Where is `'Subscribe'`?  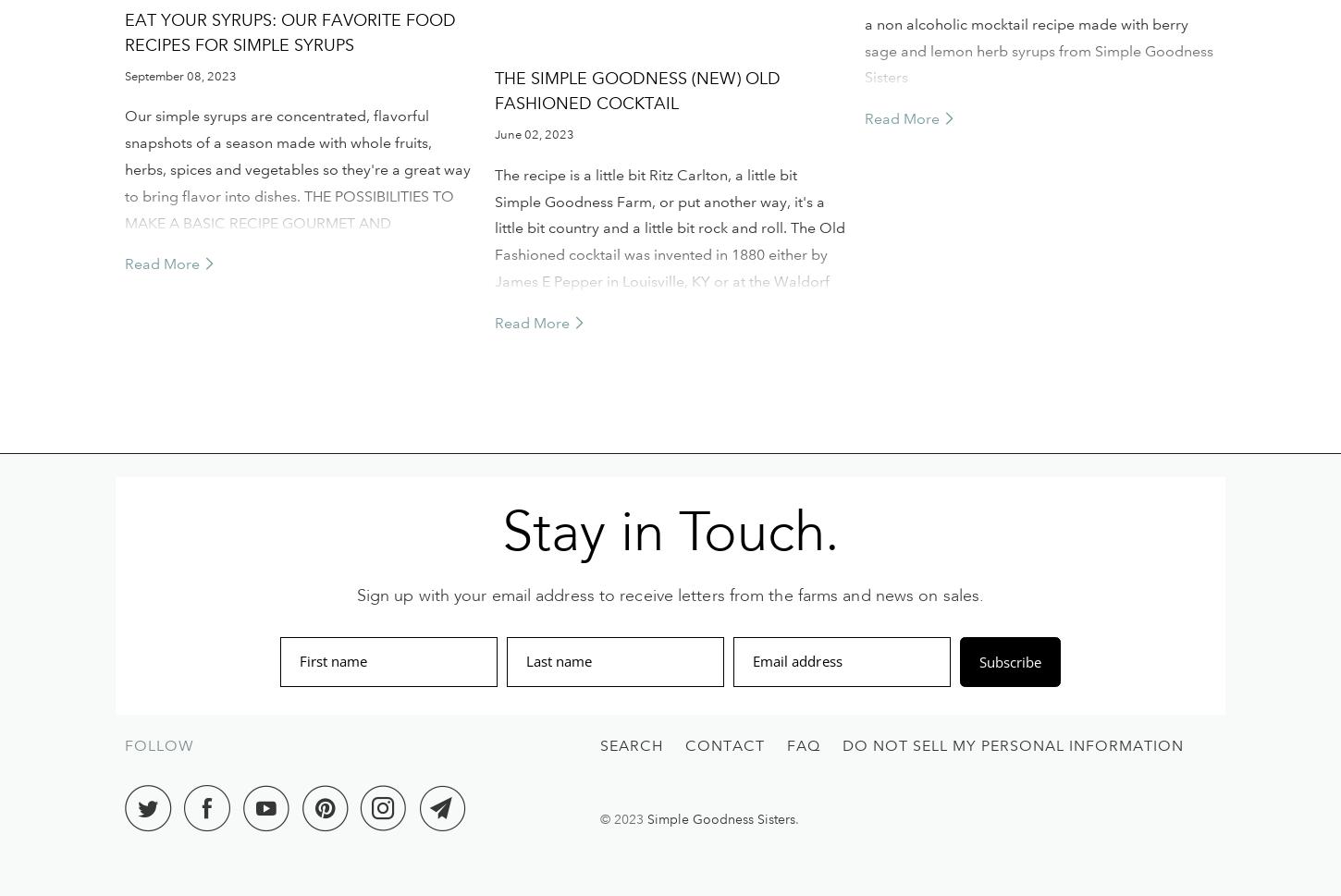
'Subscribe' is located at coordinates (1008, 661).